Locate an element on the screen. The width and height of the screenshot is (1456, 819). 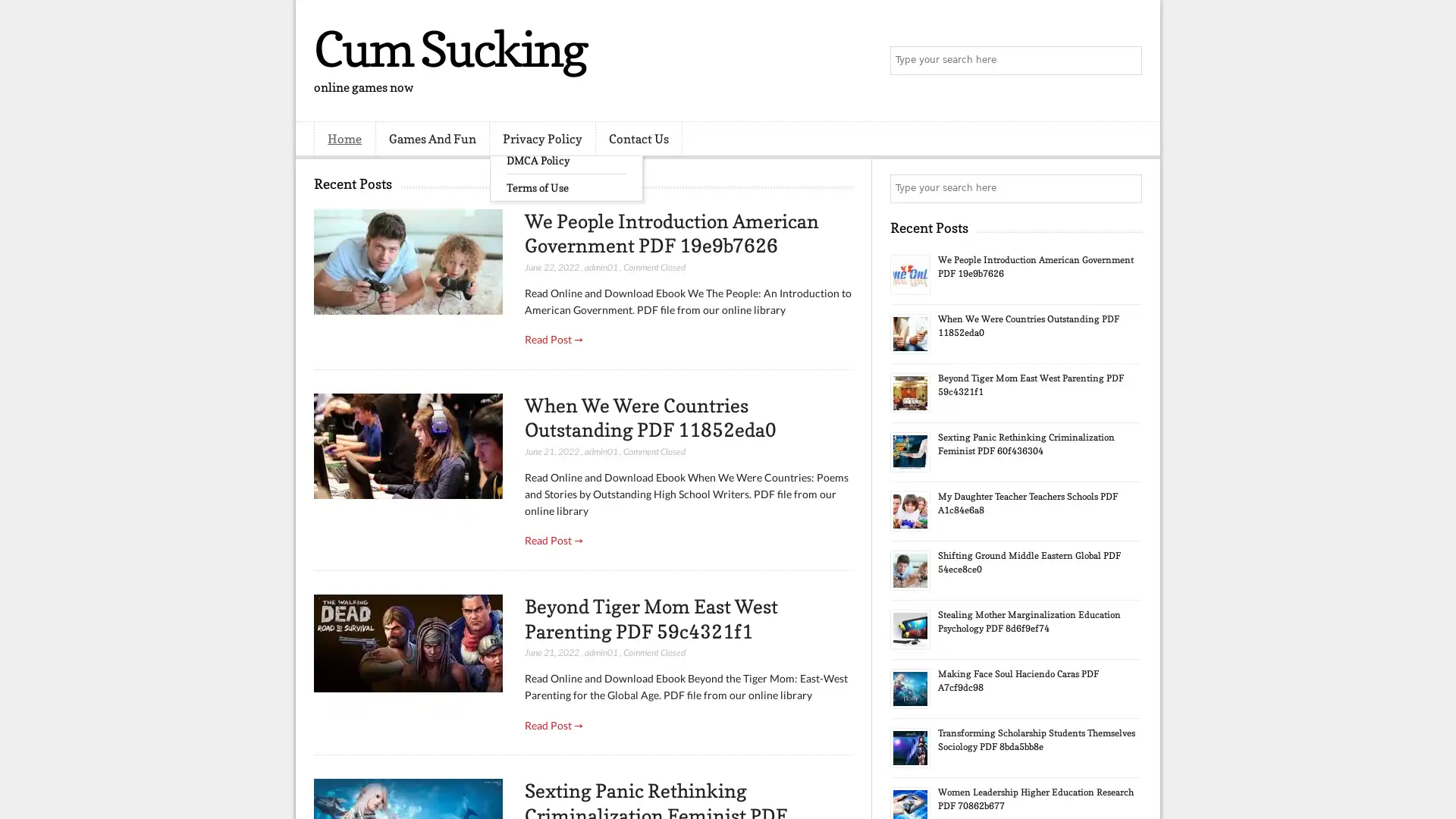
Search is located at coordinates (1126, 188).